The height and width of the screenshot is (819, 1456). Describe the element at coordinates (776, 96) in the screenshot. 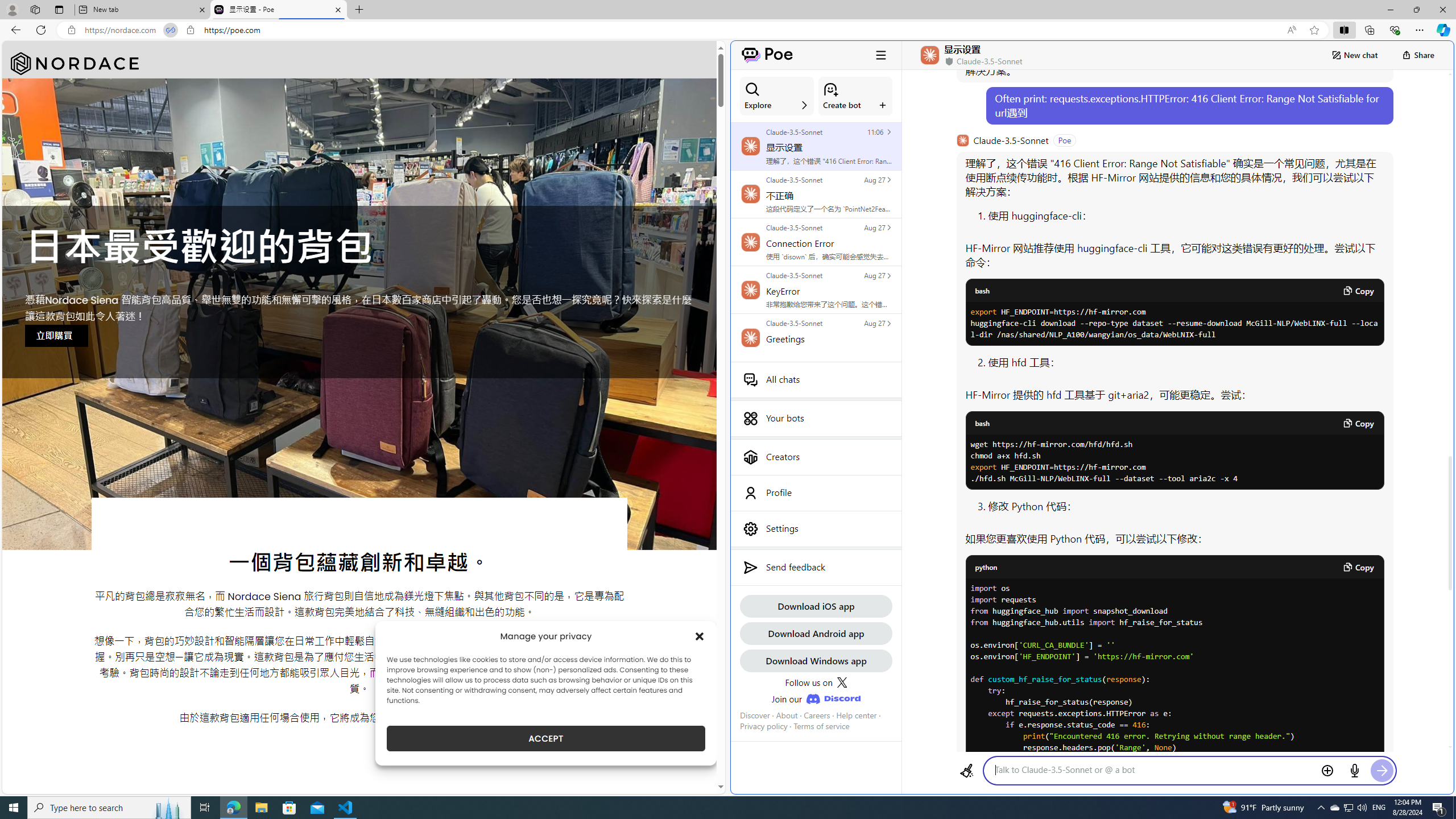

I see `'Explore'` at that location.